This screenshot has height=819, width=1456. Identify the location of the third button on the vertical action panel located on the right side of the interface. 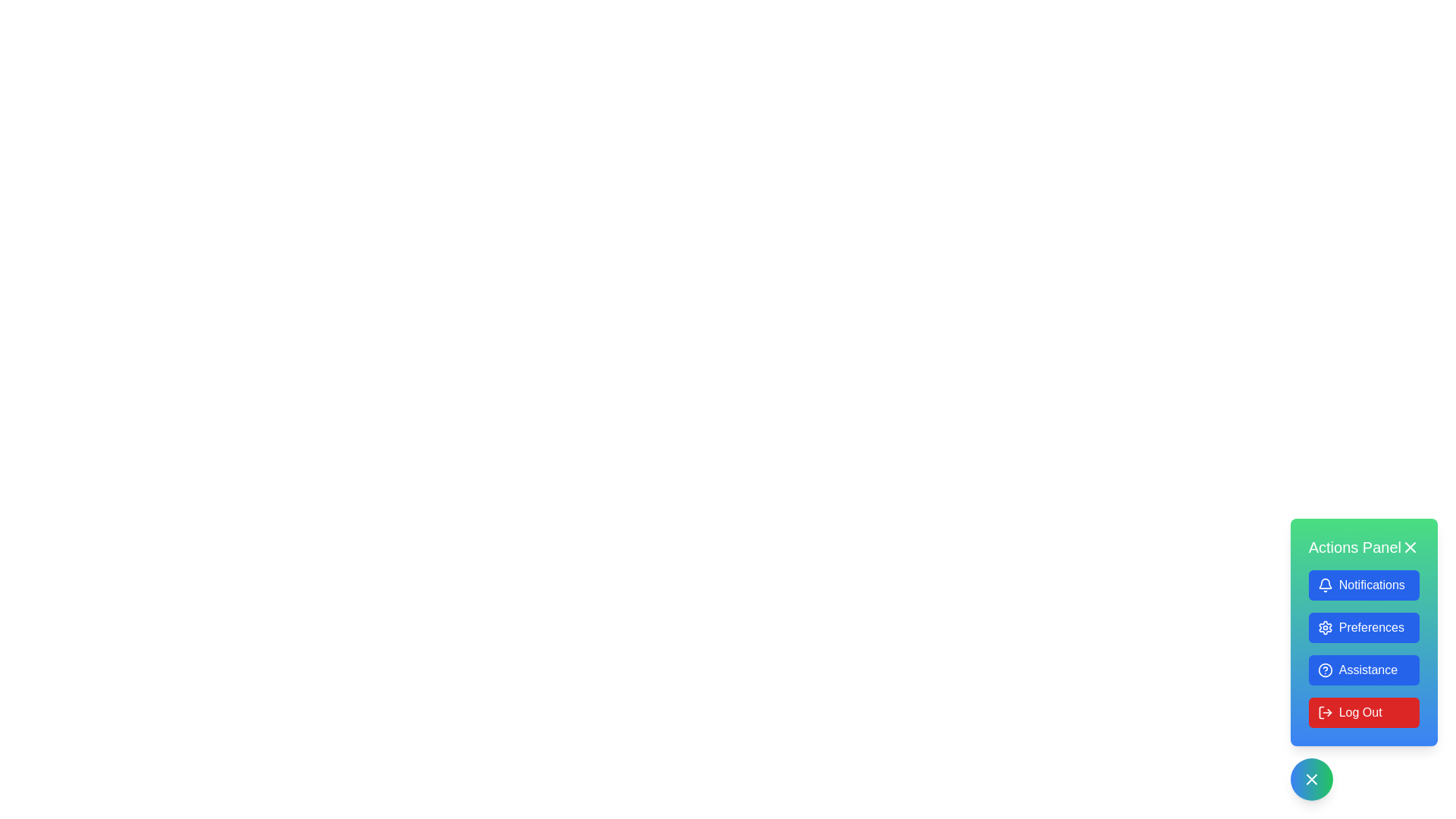
(1363, 669).